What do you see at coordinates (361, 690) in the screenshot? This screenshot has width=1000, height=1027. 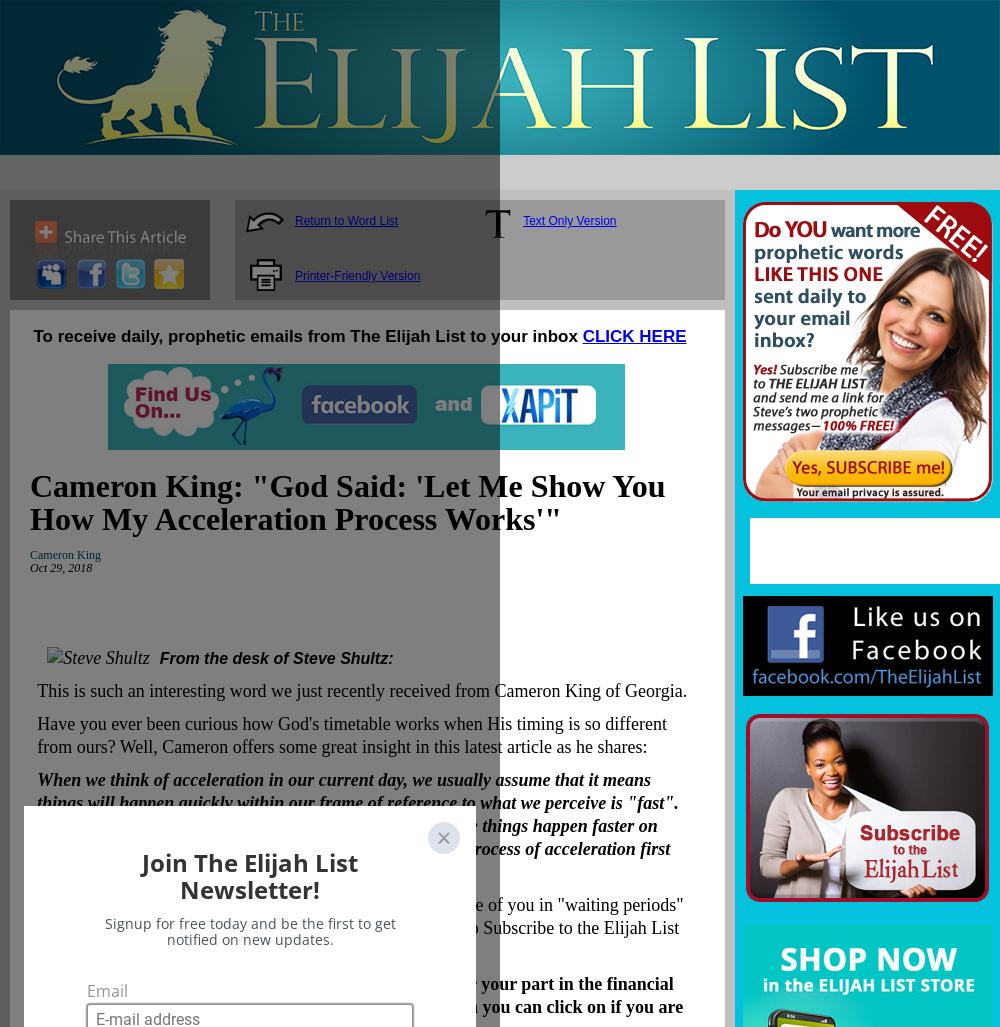 I see `'This is such an interesting word we just recently received from Cameron King of Georgia.'` at bounding box center [361, 690].